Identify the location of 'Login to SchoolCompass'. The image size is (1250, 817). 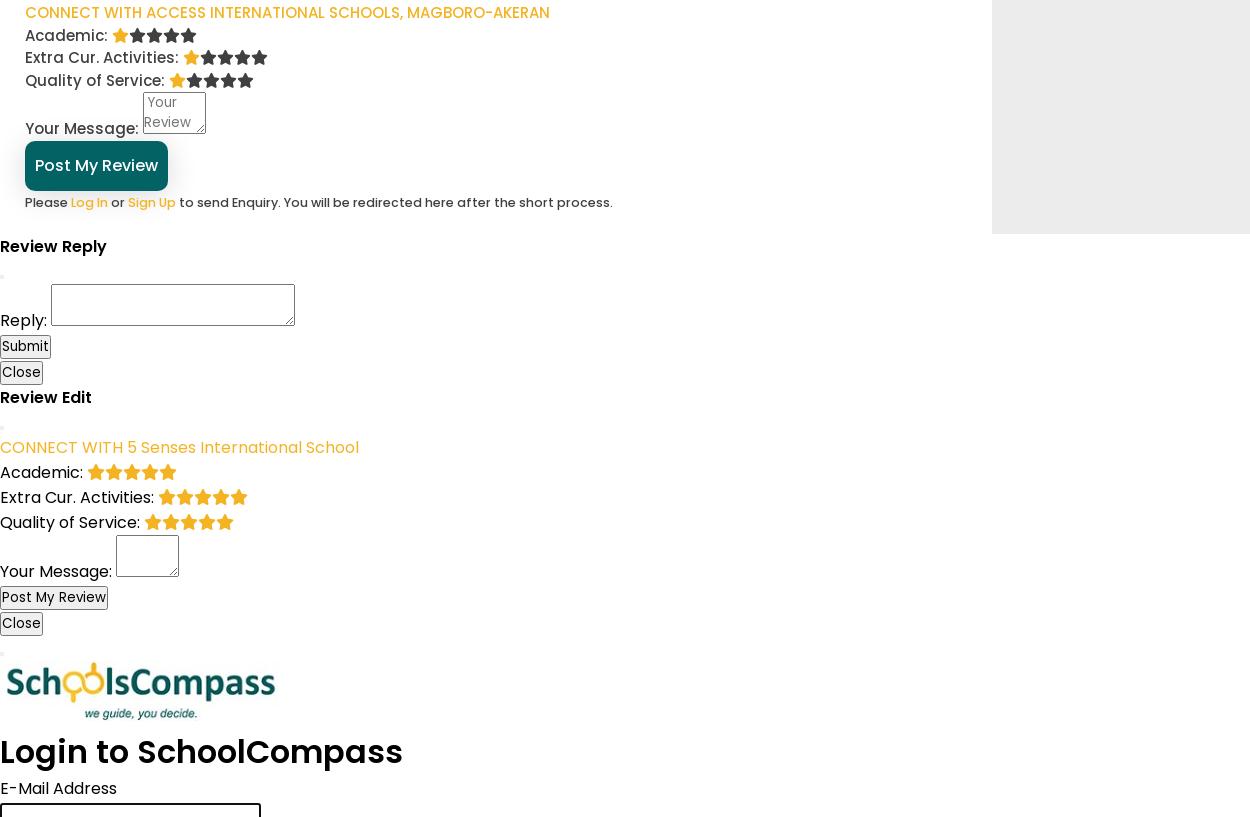
(200, 751).